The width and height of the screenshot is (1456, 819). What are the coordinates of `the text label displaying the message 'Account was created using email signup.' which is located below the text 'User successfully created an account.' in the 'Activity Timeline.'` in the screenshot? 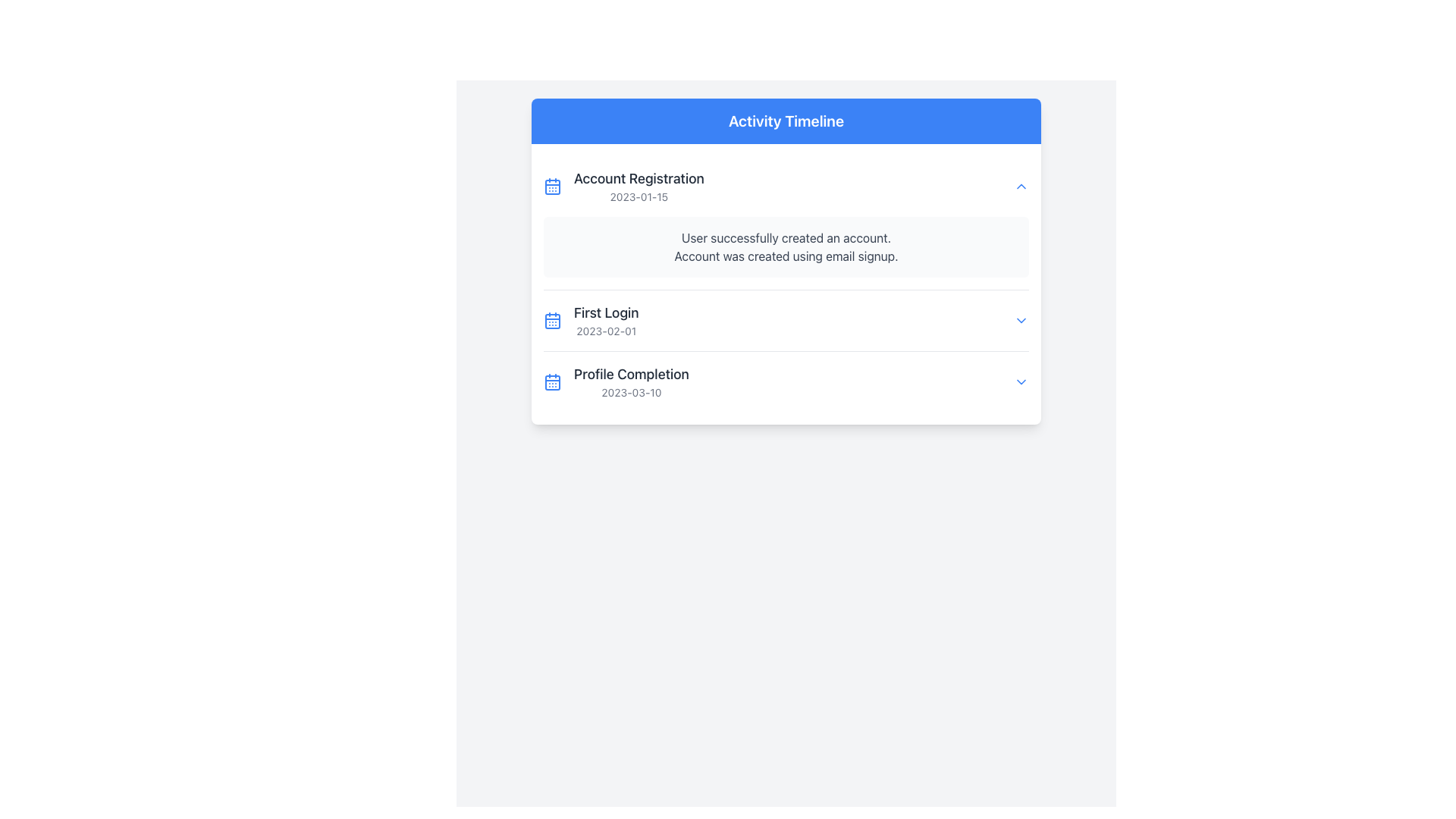 It's located at (786, 256).